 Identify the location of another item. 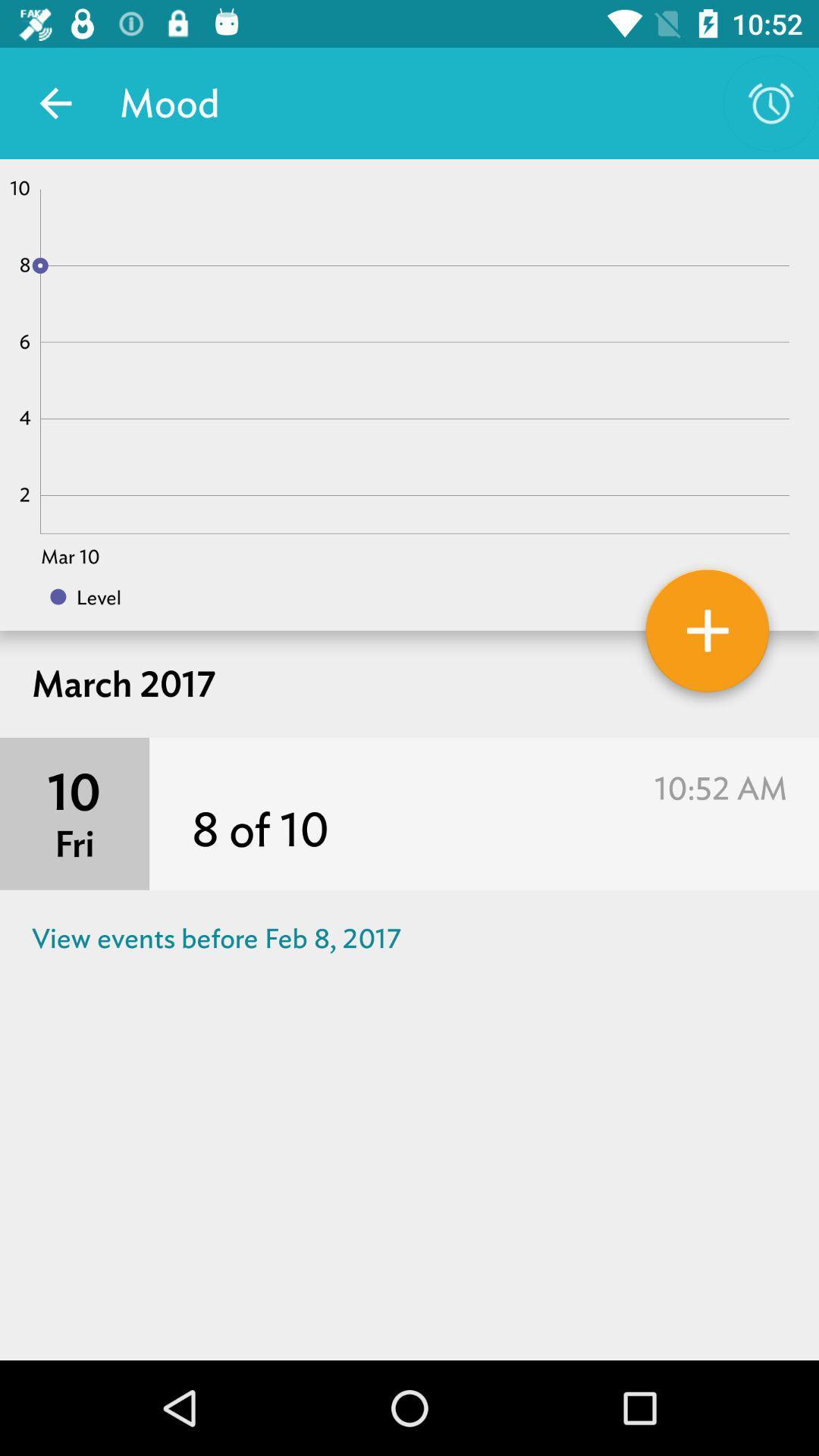
(708, 636).